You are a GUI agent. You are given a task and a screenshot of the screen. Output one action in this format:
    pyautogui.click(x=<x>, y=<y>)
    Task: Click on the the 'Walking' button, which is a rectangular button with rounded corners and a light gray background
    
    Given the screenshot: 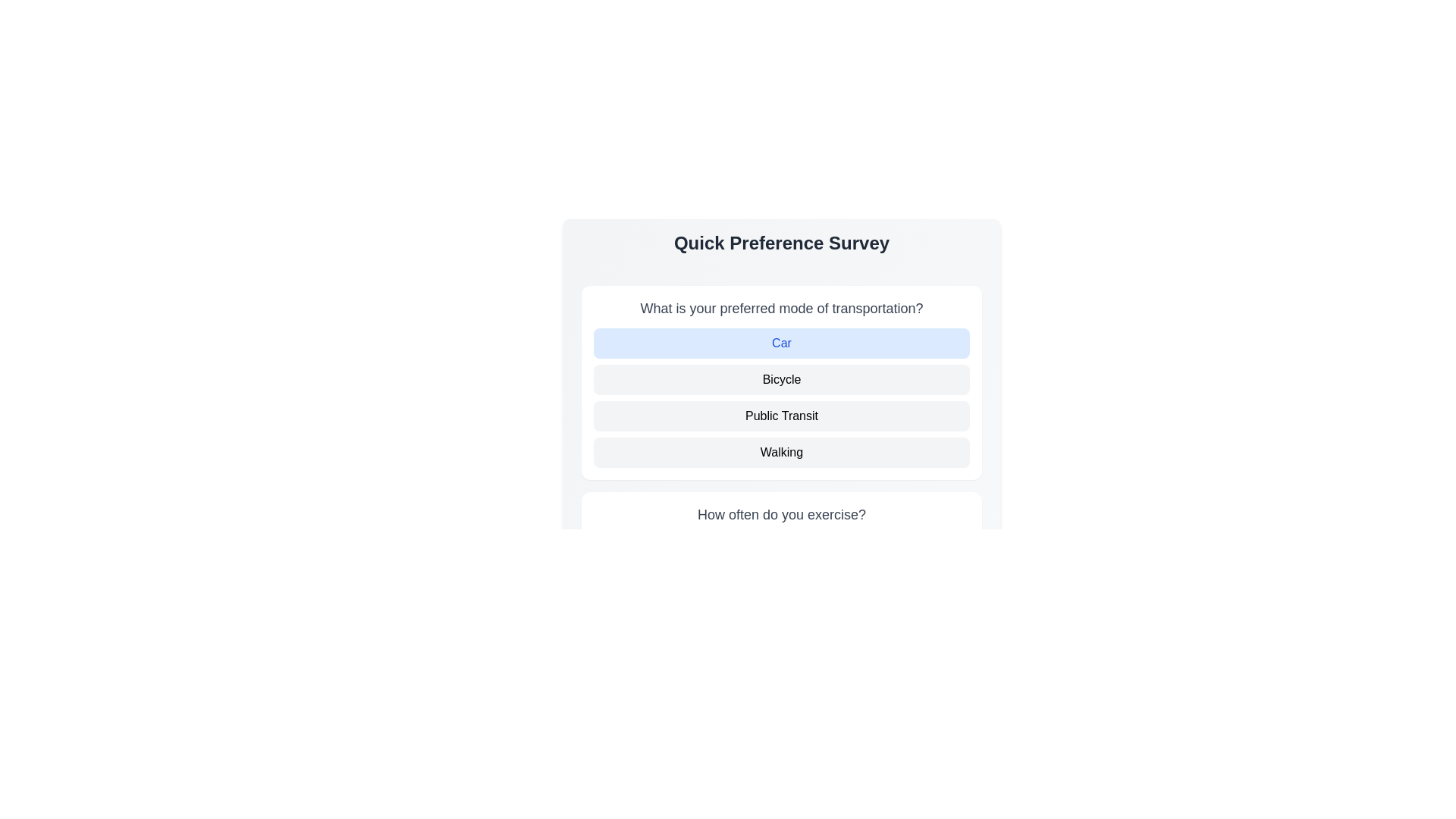 What is the action you would take?
    pyautogui.click(x=782, y=452)
    